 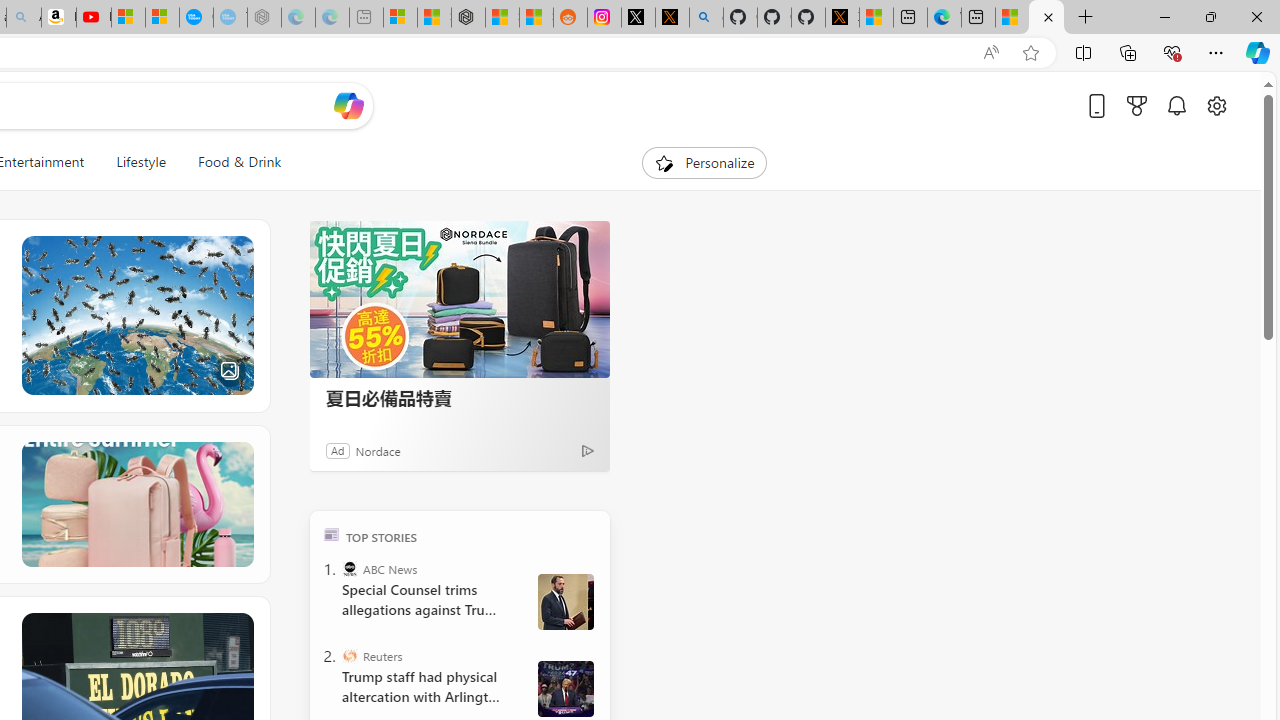 I want to click on 'Nordace - Duffels', so click(x=467, y=17).